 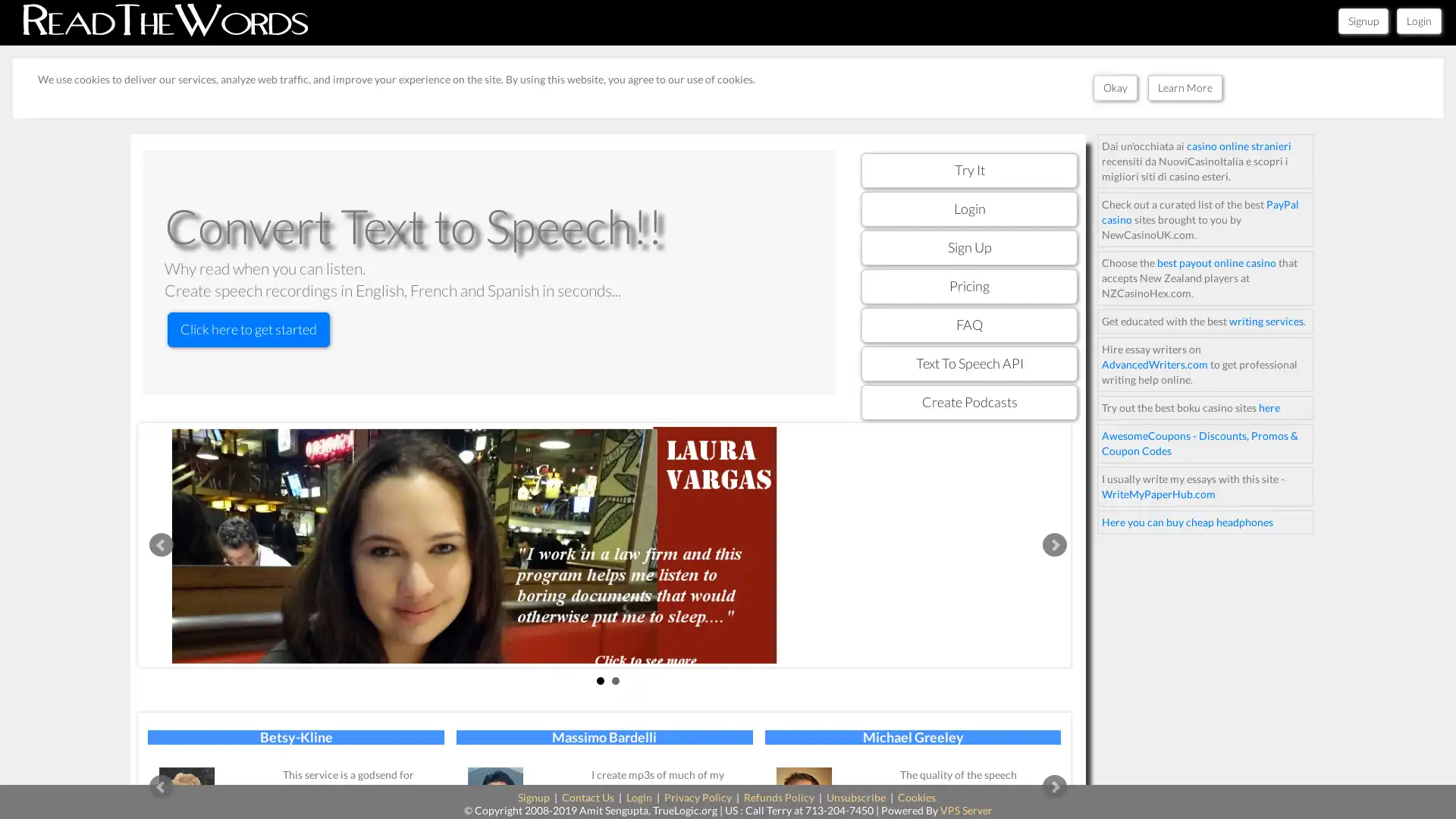 I want to click on Login, so click(x=1418, y=20).